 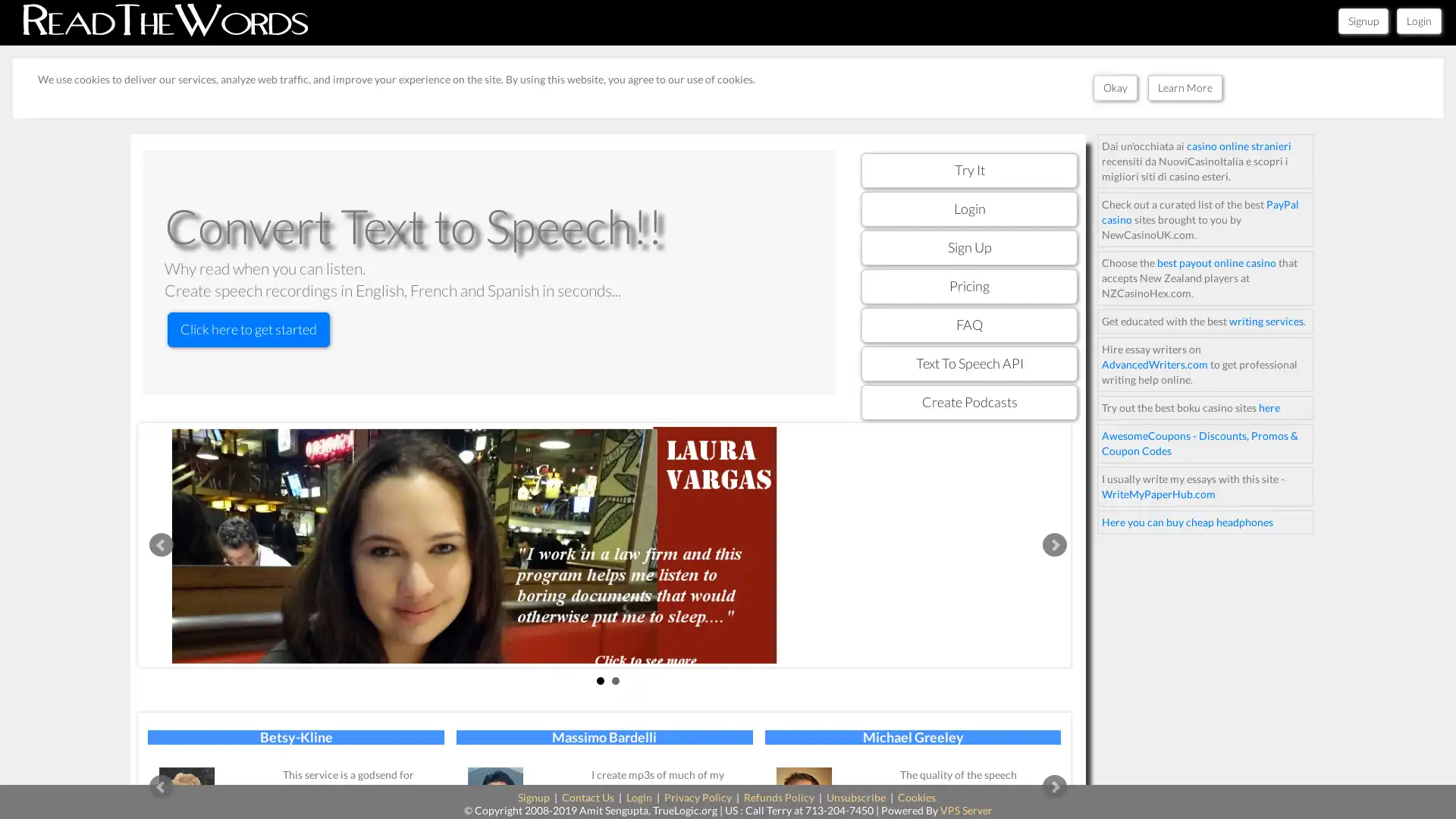 I want to click on Login, so click(x=1418, y=20).